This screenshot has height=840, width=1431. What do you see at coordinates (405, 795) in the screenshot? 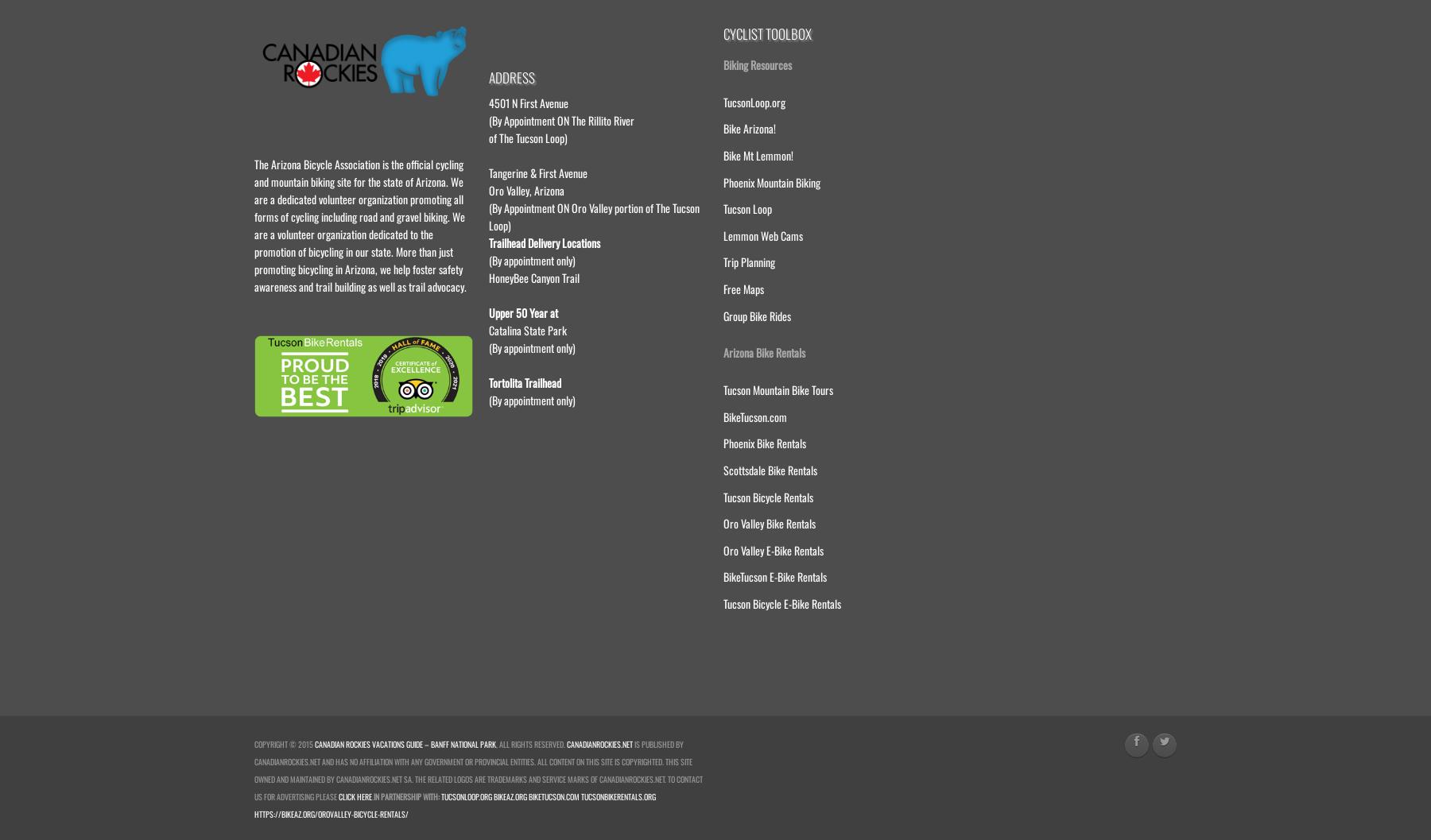
I see `'In Partnership With:'` at bounding box center [405, 795].